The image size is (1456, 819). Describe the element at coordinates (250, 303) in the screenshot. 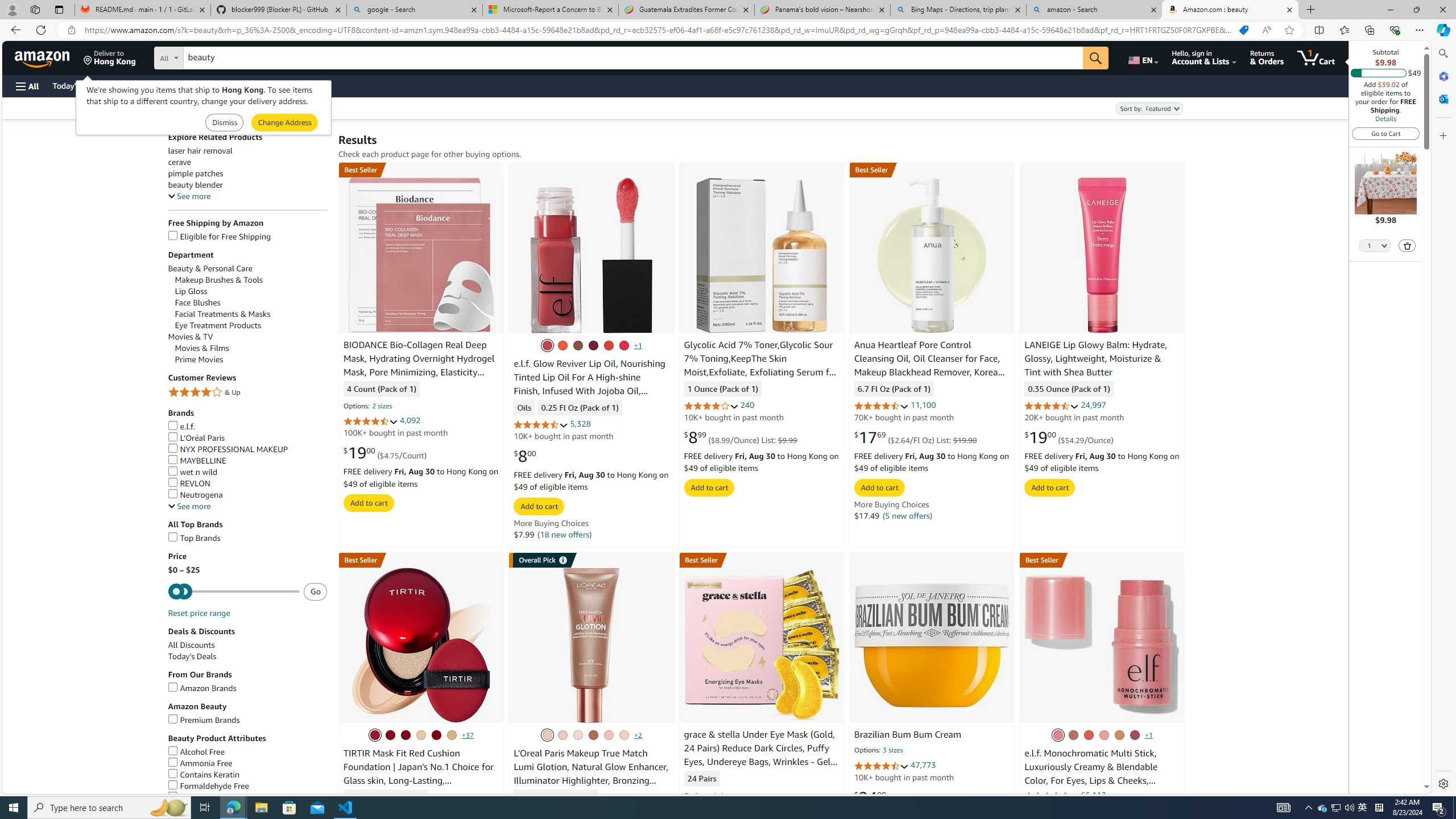

I see `'Face Blushes'` at that location.